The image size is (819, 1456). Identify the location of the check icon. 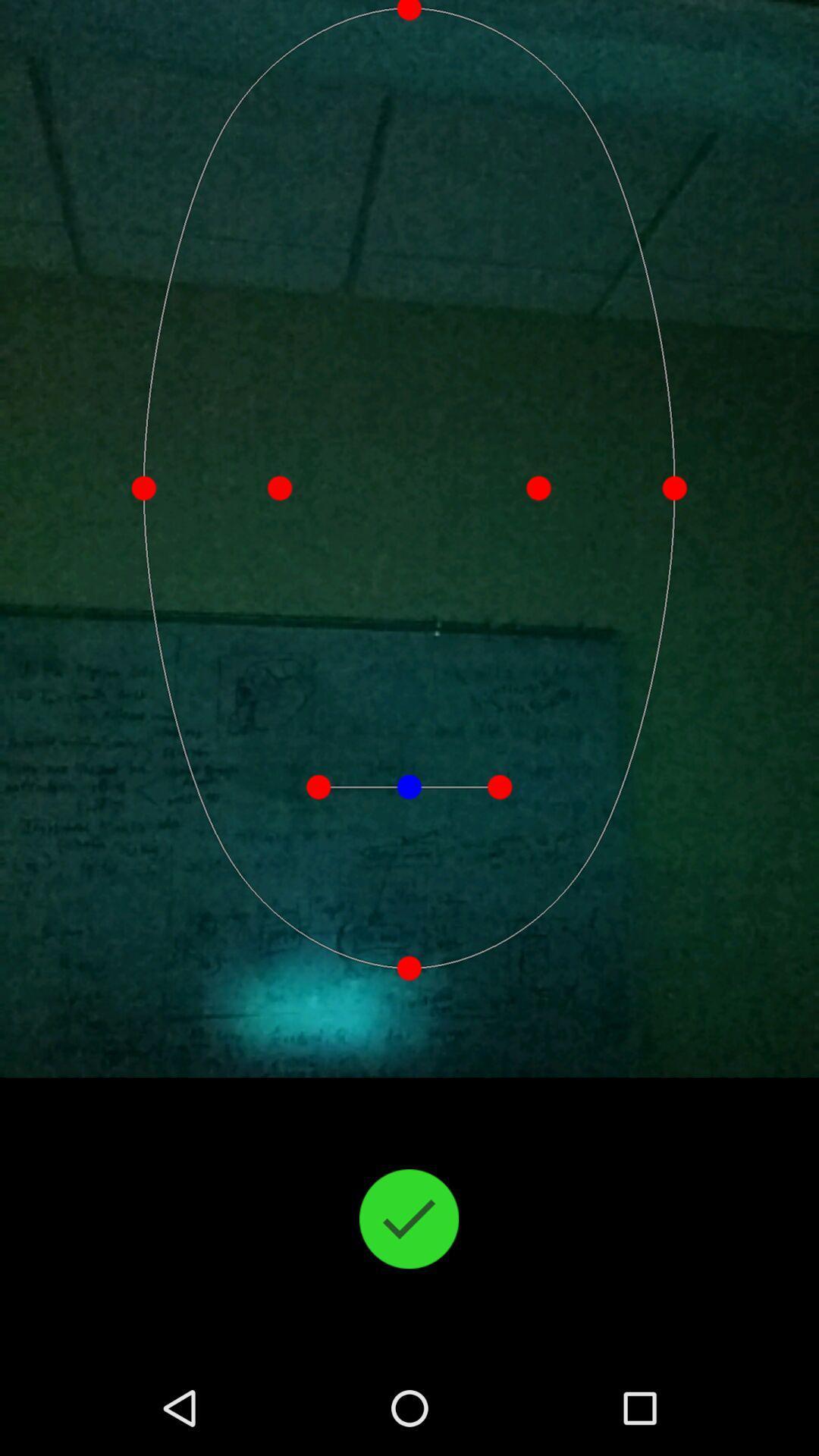
(408, 1219).